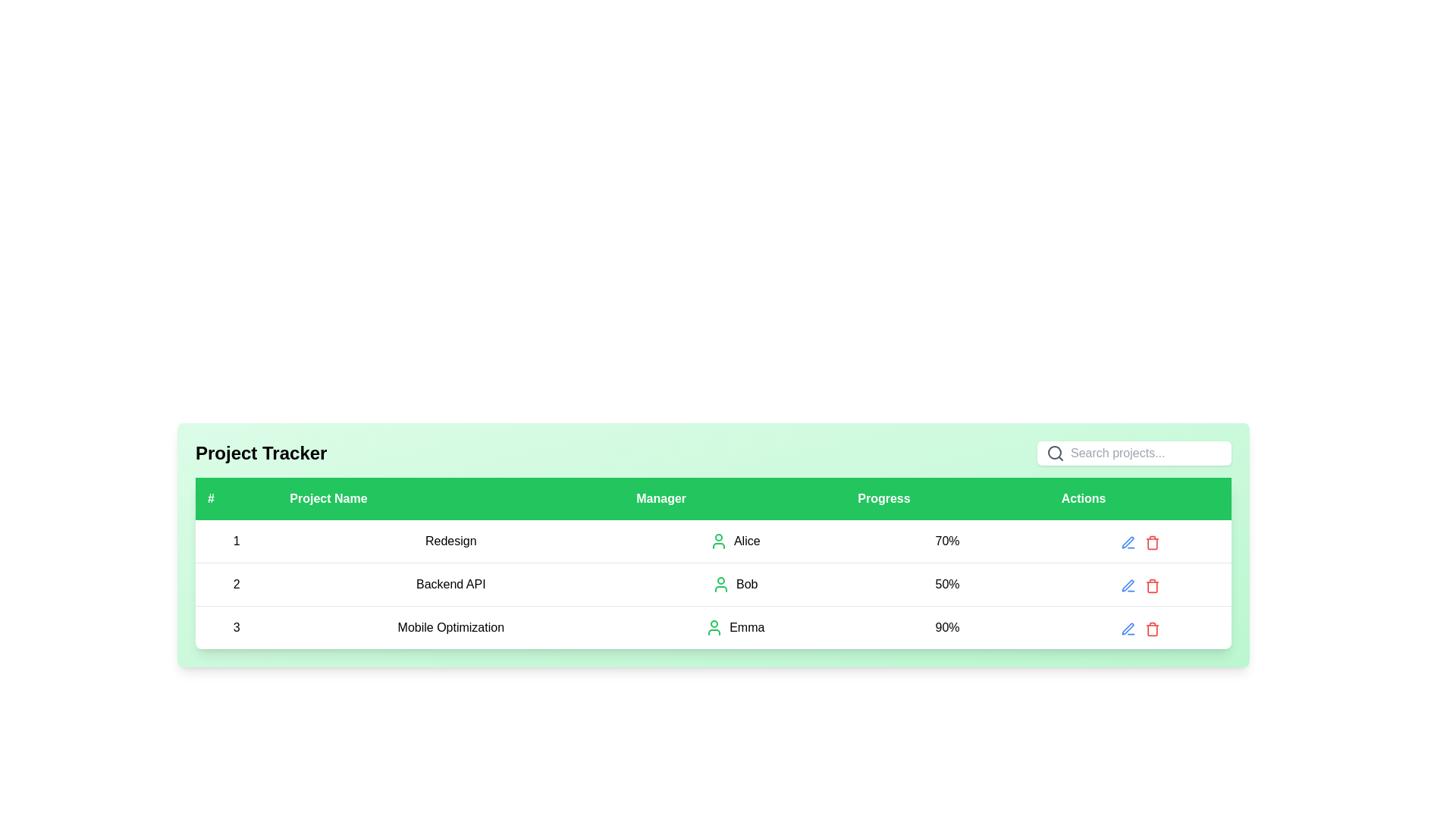 This screenshot has width=1456, height=819. I want to click on the delete button located at the rightmost position of the row for the third project, so click(1152, 542).